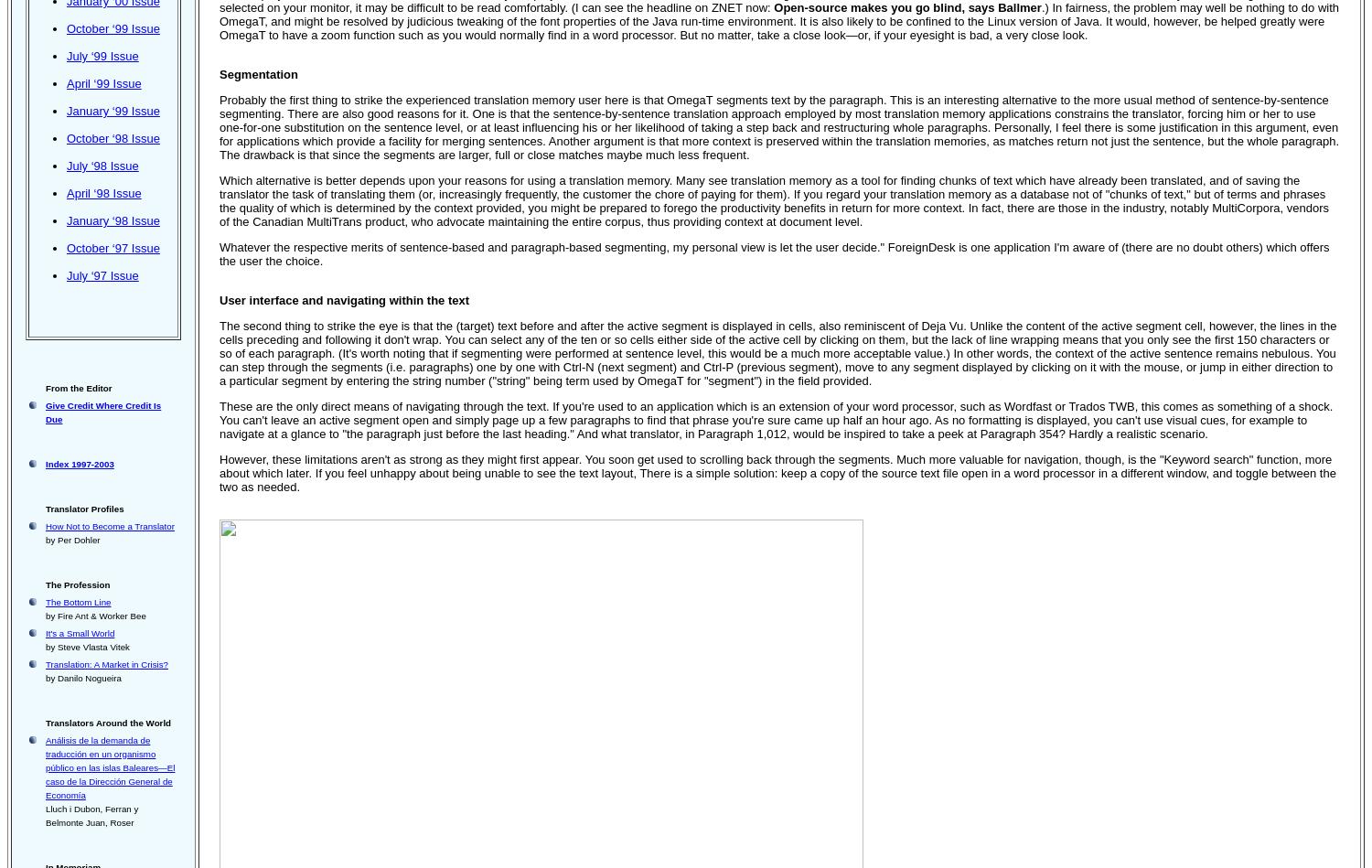  Describe the element at coordinates (112, 247) in the screenshot. I see `'October ‘97 Issue'` at that location.